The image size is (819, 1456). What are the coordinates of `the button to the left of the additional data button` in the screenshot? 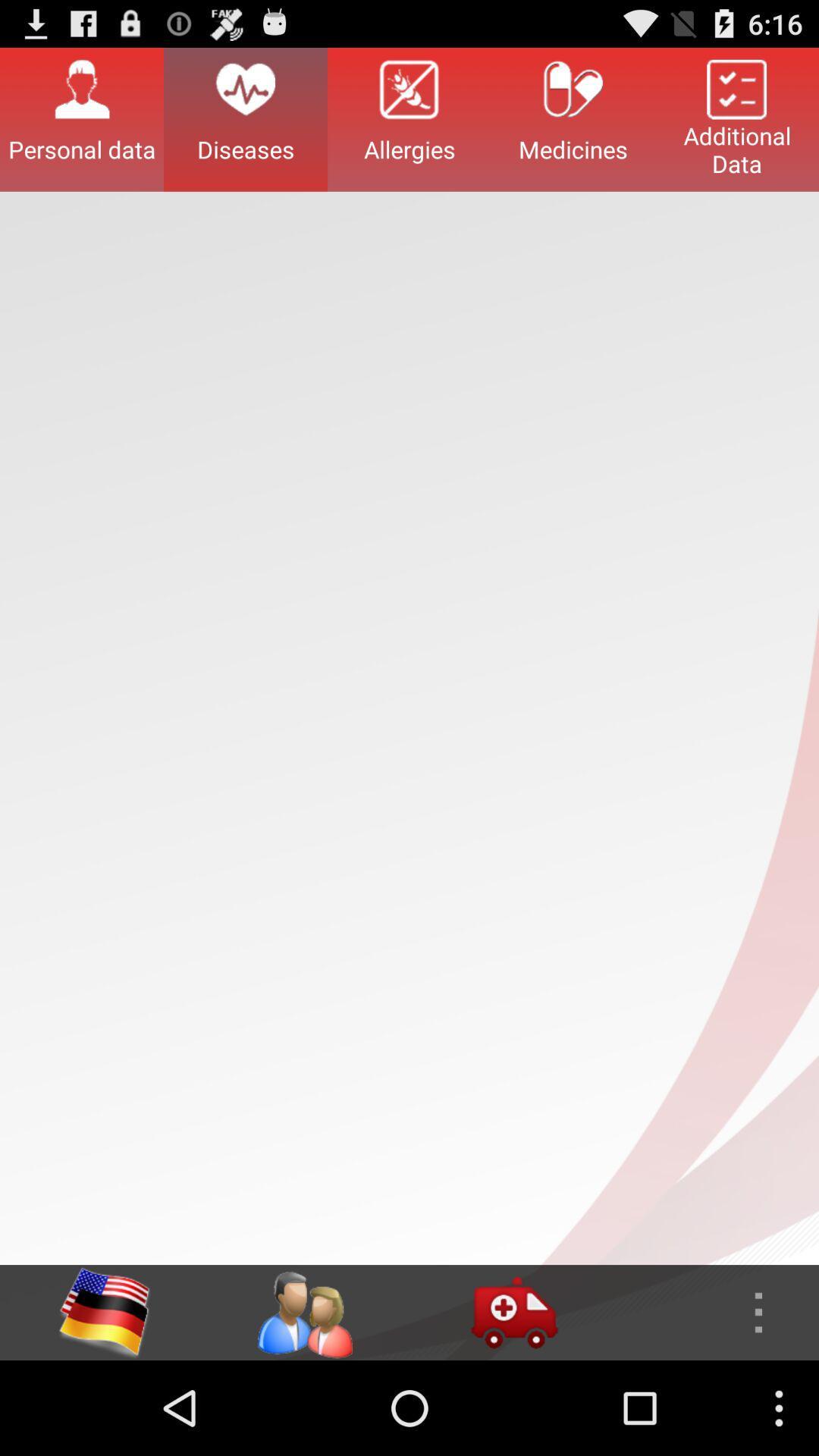 It's located at (573, 118).